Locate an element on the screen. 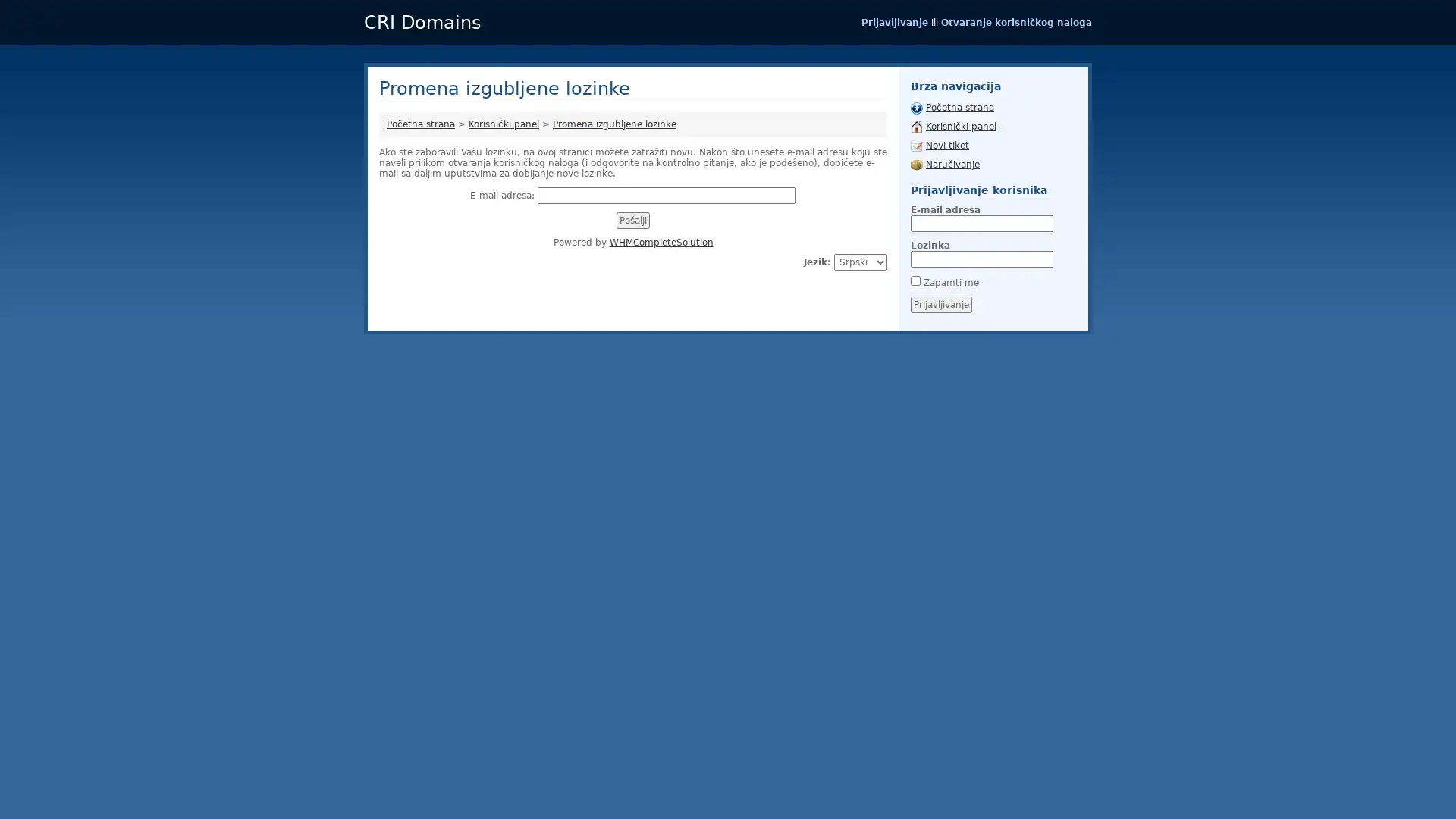 The width and height of the screenshot is (1456, 819). Prijavljivanje is located at coordinates (940, 304).